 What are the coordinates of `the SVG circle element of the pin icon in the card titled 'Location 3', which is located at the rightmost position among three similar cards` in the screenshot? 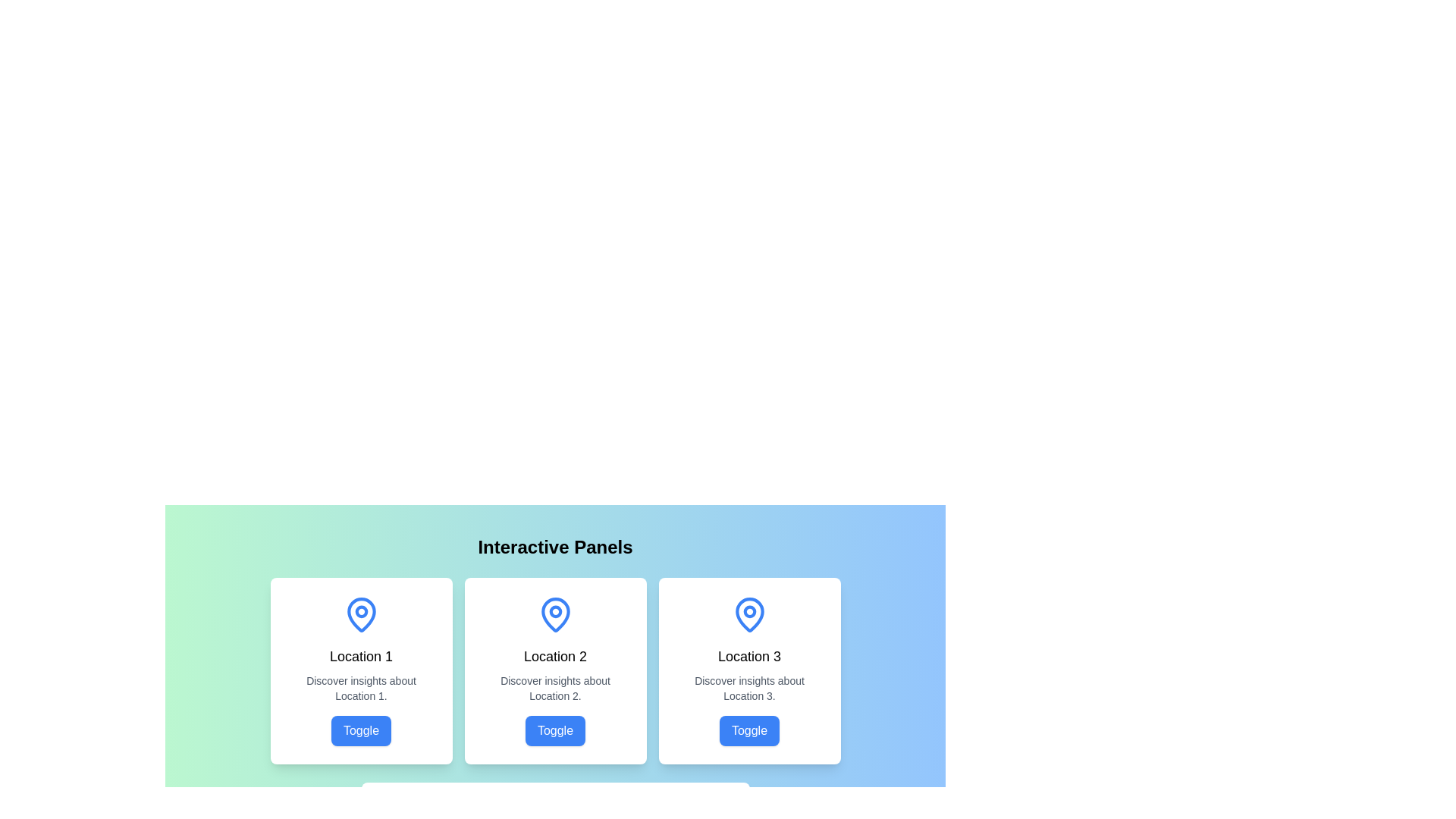 It's located at (749, 610).